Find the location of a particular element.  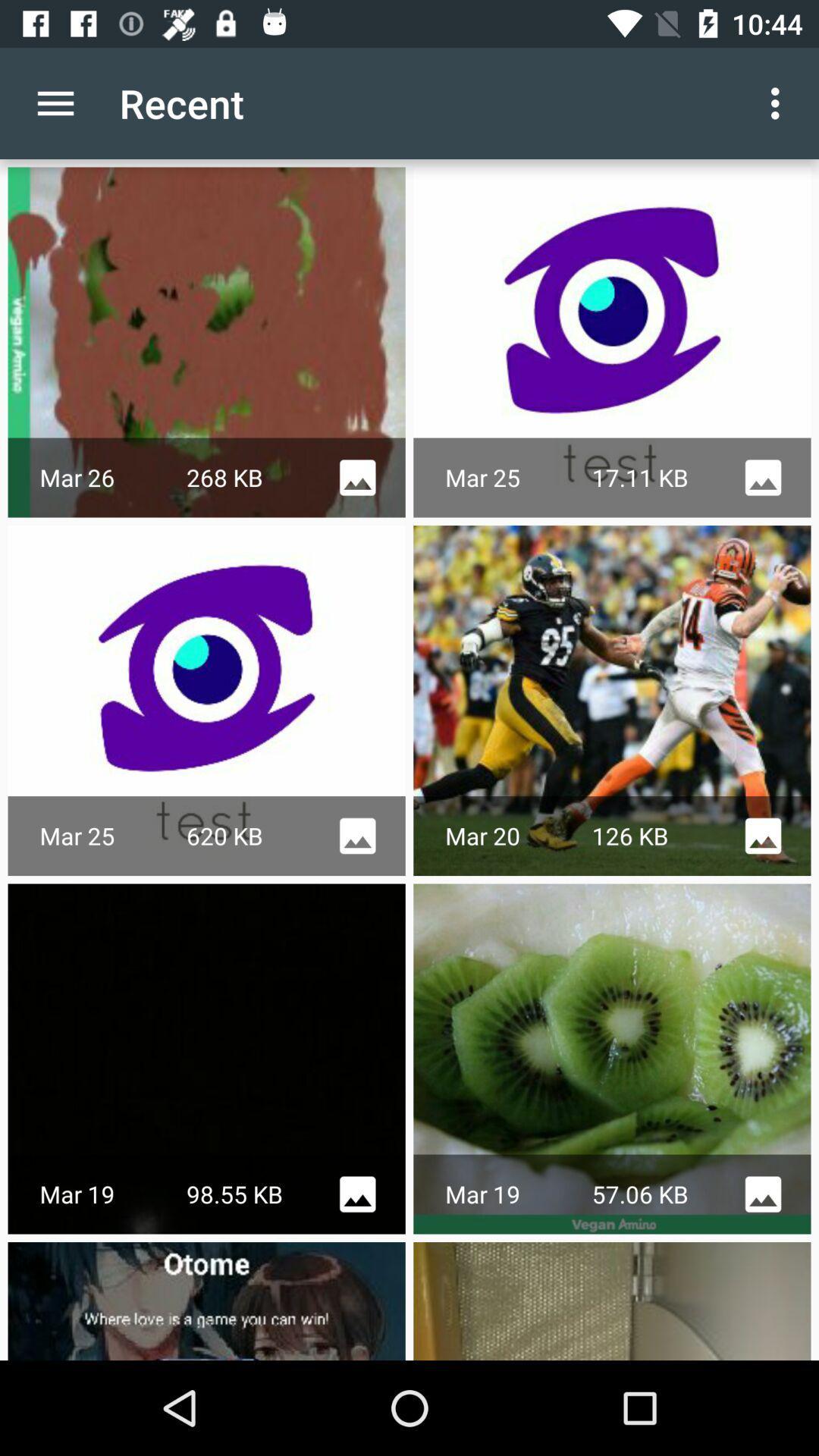

icon below more settings is located at coordinates (611, 341).